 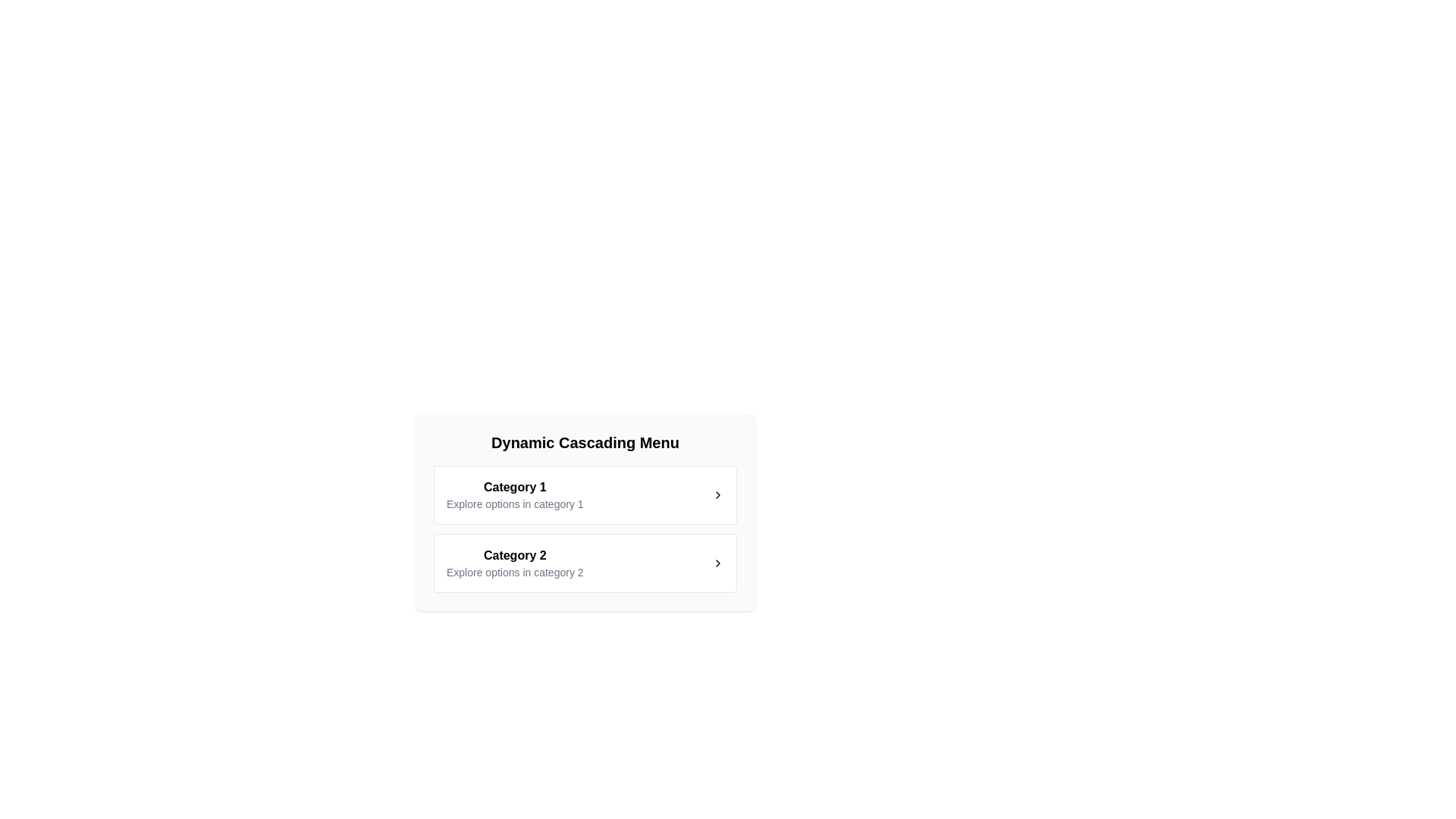 What do you see at coordinates (515, 494) in the screenshot?
I see `the clickable category label that serves as a text block containing a title and description for 'Category 1'` at bounding box center [515, 494].